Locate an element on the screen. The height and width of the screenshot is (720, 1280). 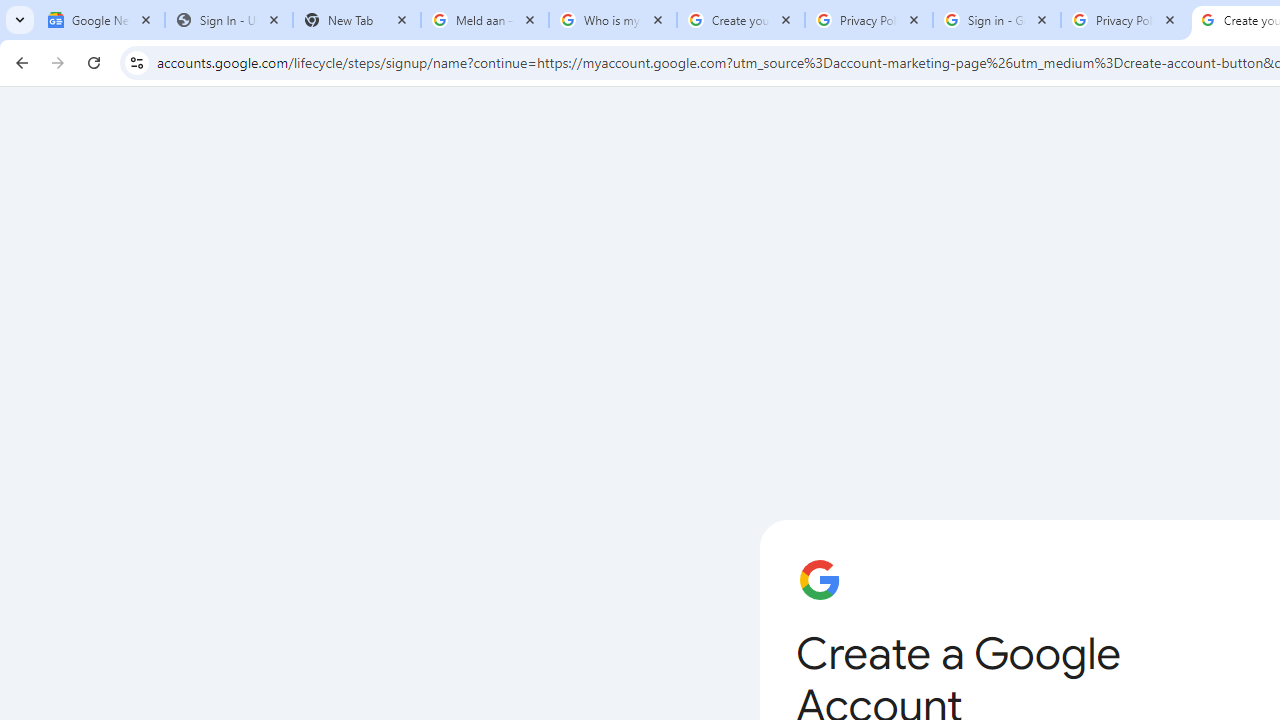
'Who is my administrator? - Google Account Help' is located at coordinates (612, 20).